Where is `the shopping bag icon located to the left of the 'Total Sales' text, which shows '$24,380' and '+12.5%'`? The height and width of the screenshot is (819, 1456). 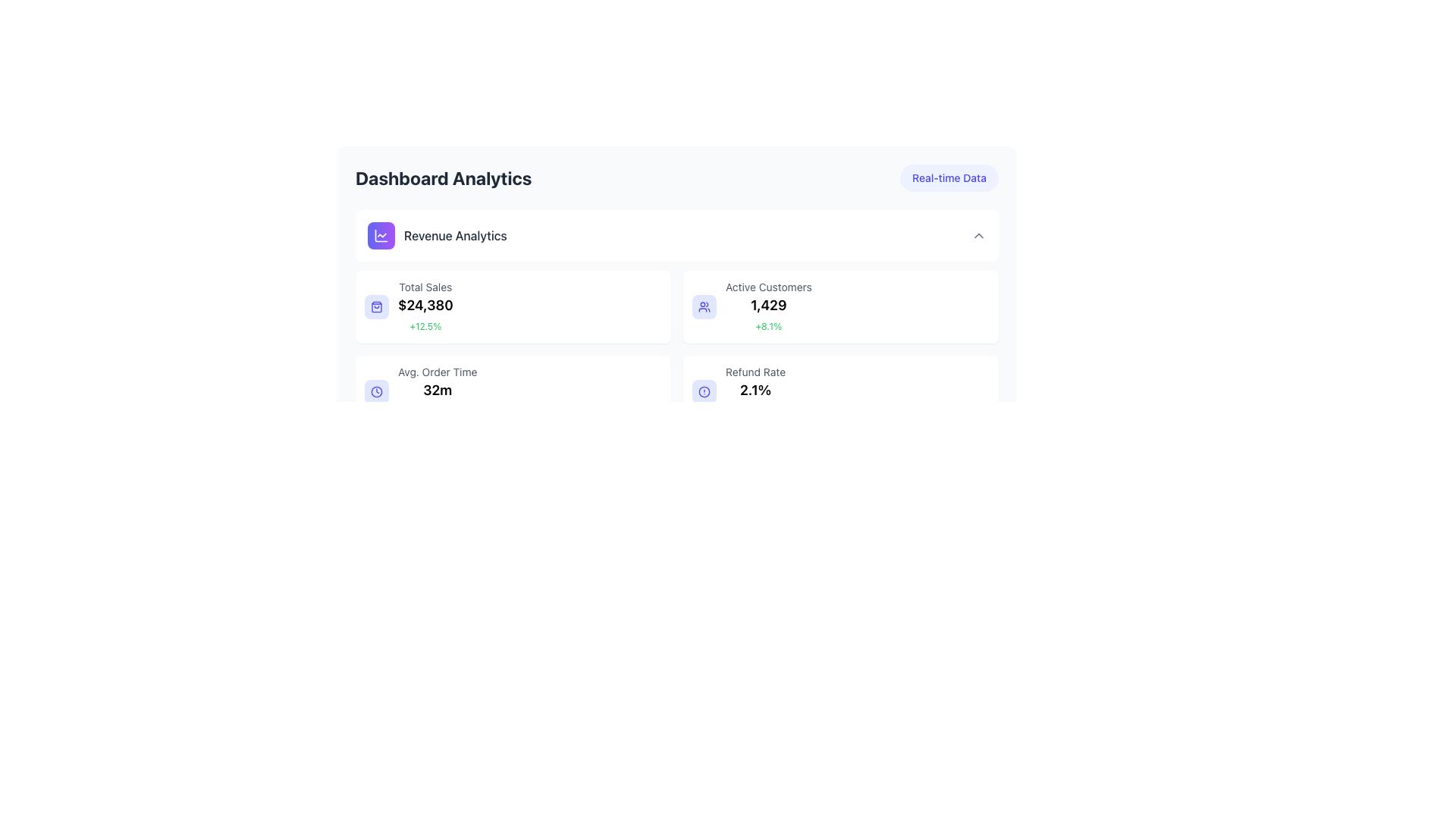
the shopping bag icon located to the left of the 'Total Sales' text, which shows '$24,380' and '+12.5%' is located at coordinates (377, 307).